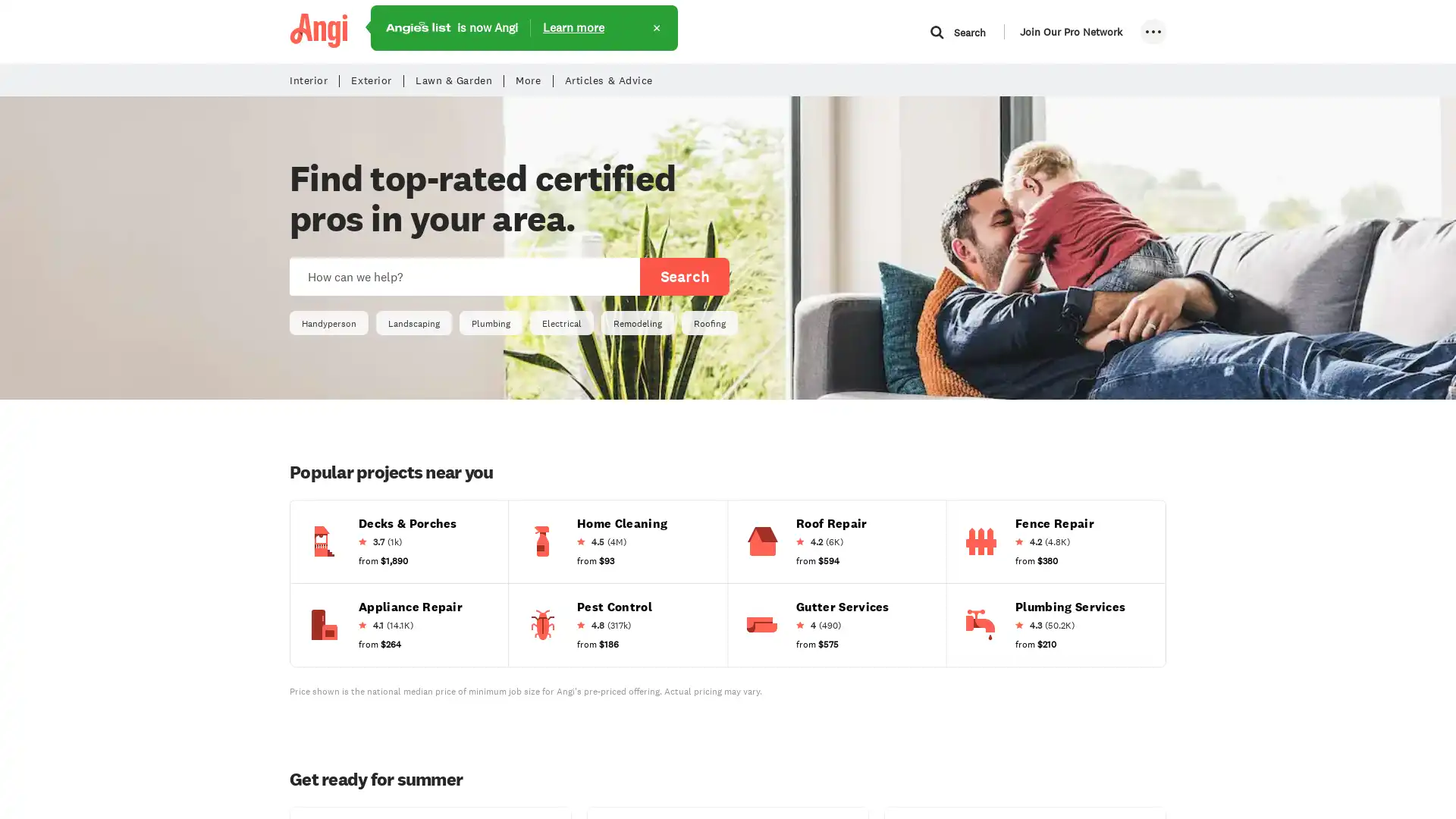 The width and height of the screenshot is (1456, 819). What do you see at coordinates (407, 516) in the screenshot?
I see `Submit a request for Decks.` at bounding box center [407, 516].